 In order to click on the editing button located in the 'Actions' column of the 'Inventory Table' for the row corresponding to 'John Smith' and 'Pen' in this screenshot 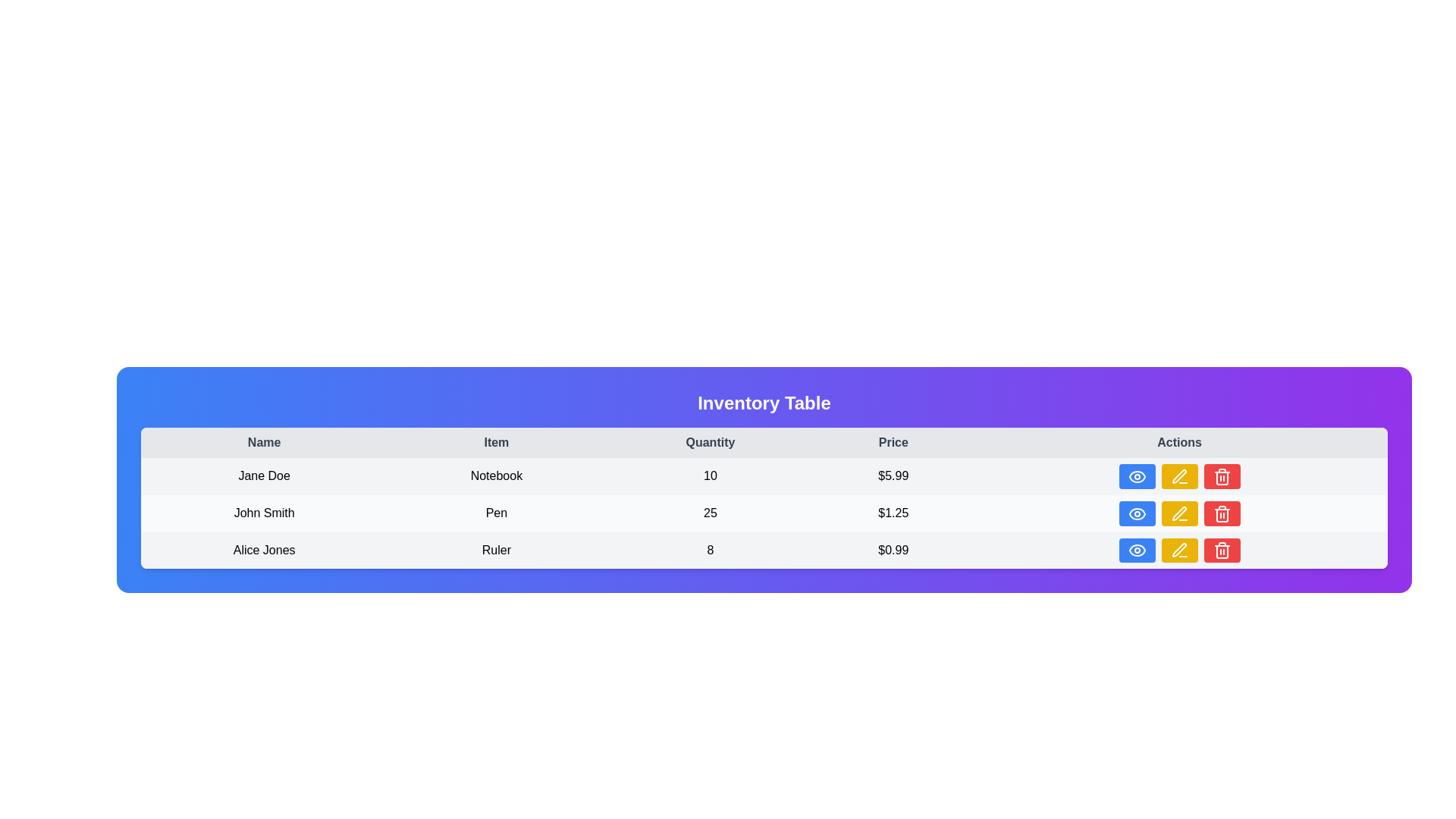, I will do `click(1178, 513)`.